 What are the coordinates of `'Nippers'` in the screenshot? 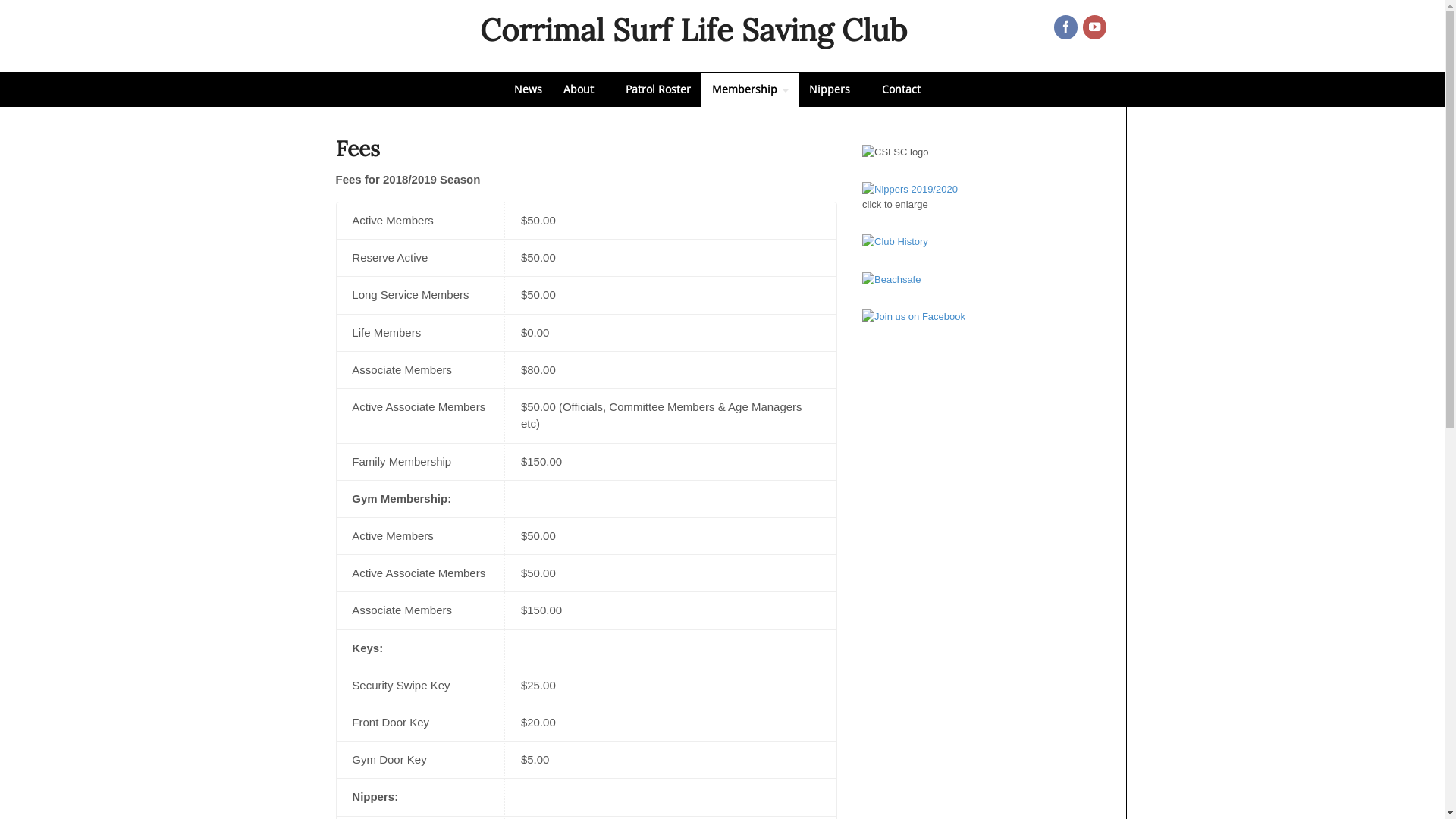 It's located at (833, 89).